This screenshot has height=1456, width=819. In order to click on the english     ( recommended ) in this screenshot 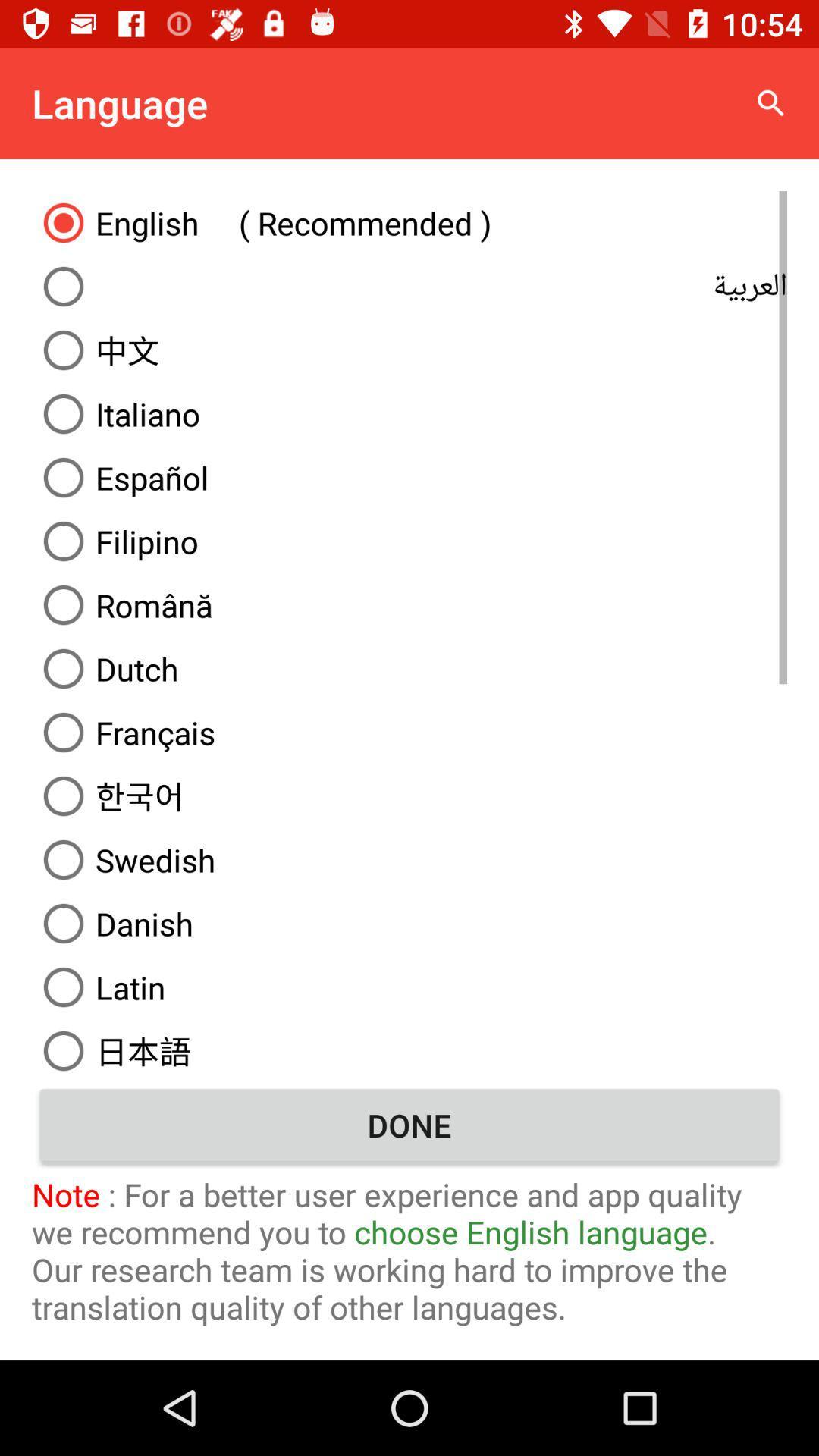, I will do `click(409, 221)`.